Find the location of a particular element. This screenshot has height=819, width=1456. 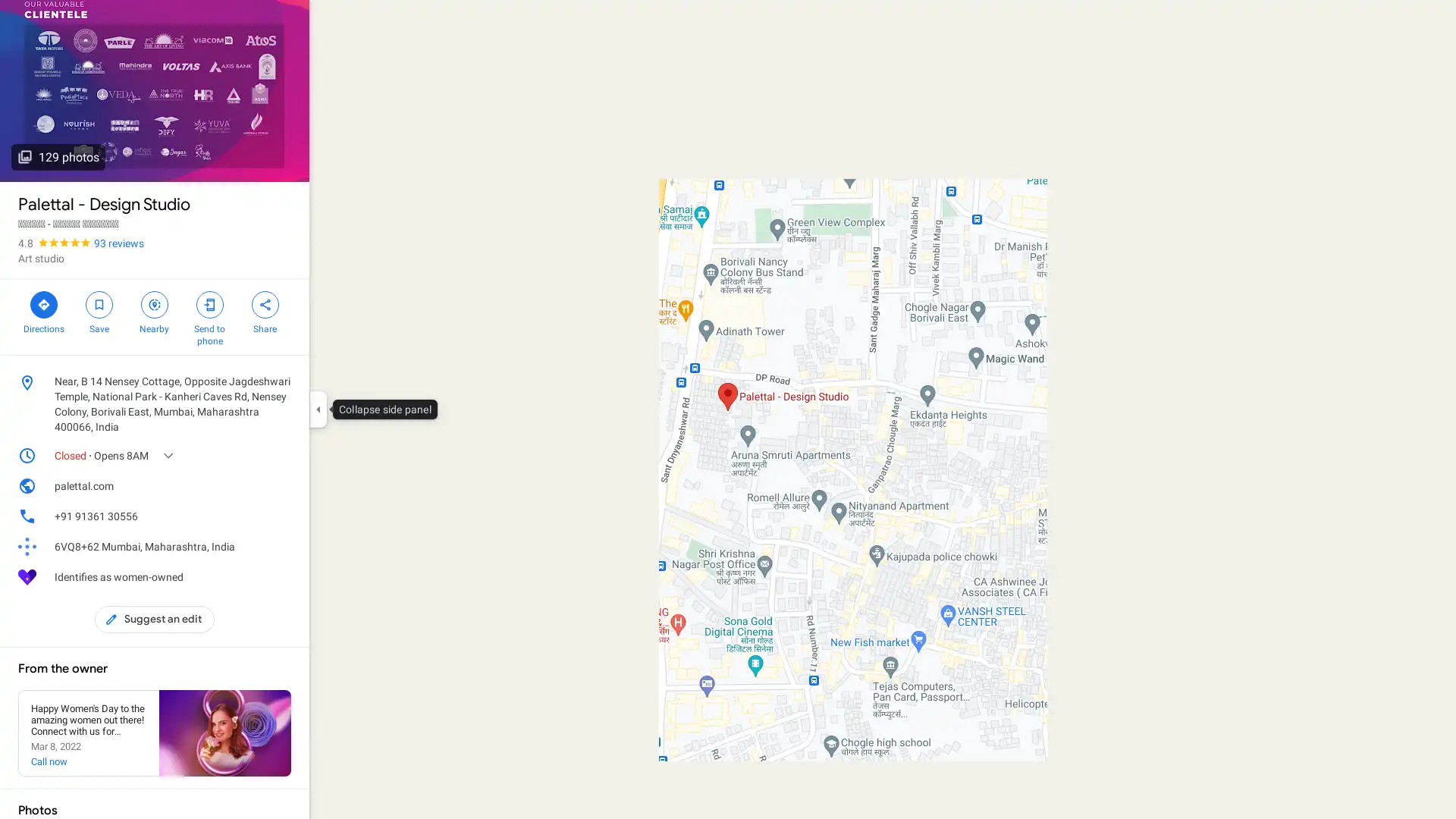

129 photos is located at coordinates (58, 157).